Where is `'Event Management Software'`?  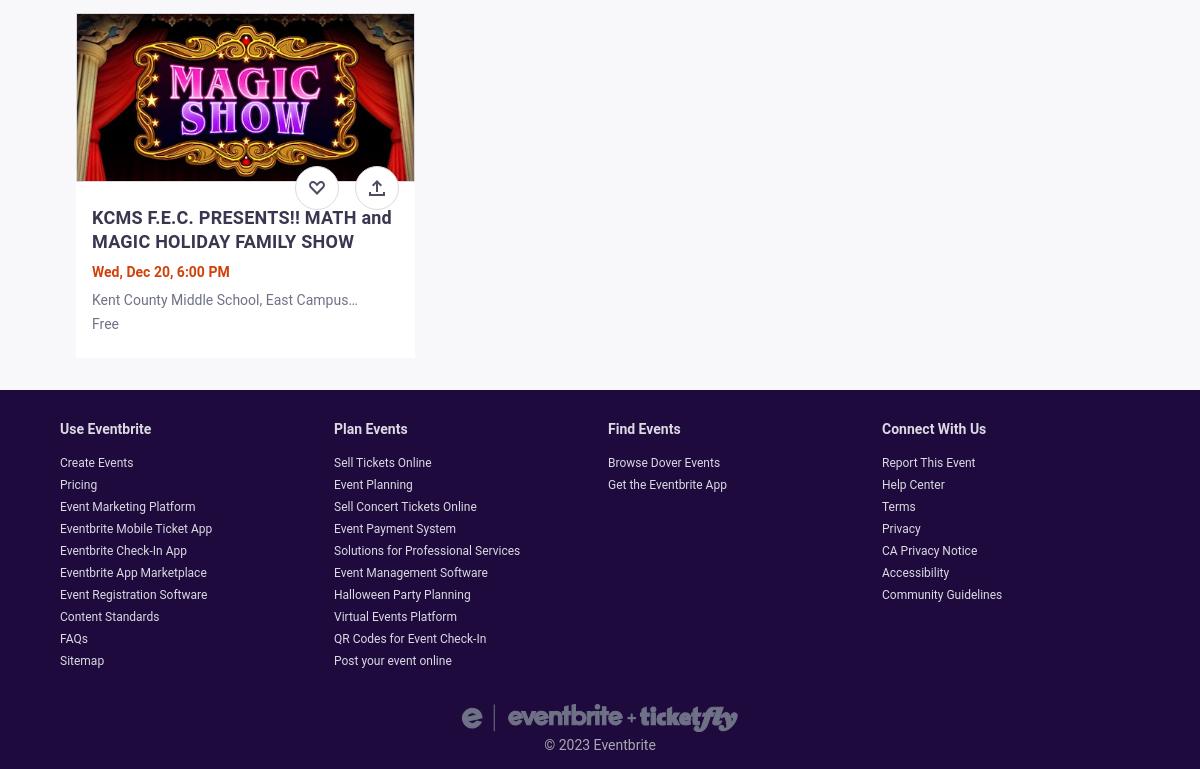 'Event Management Software' is located at coordinates (410, 572).